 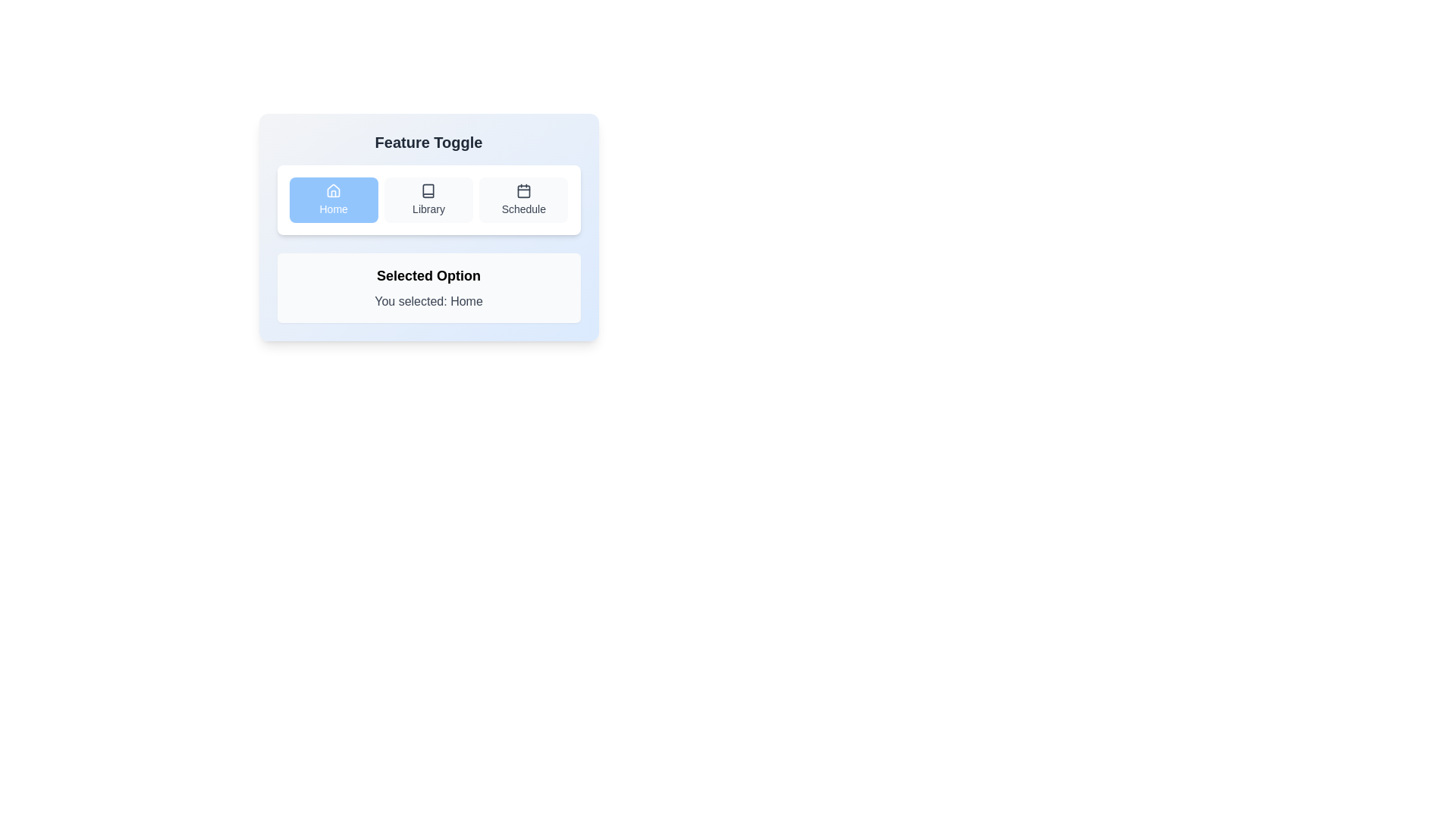 I want to click on the 'Home' button icon, which is located in the top-left corner of a horizontal button group, visually representing the homepage functionality, so click(x=333, y=190).